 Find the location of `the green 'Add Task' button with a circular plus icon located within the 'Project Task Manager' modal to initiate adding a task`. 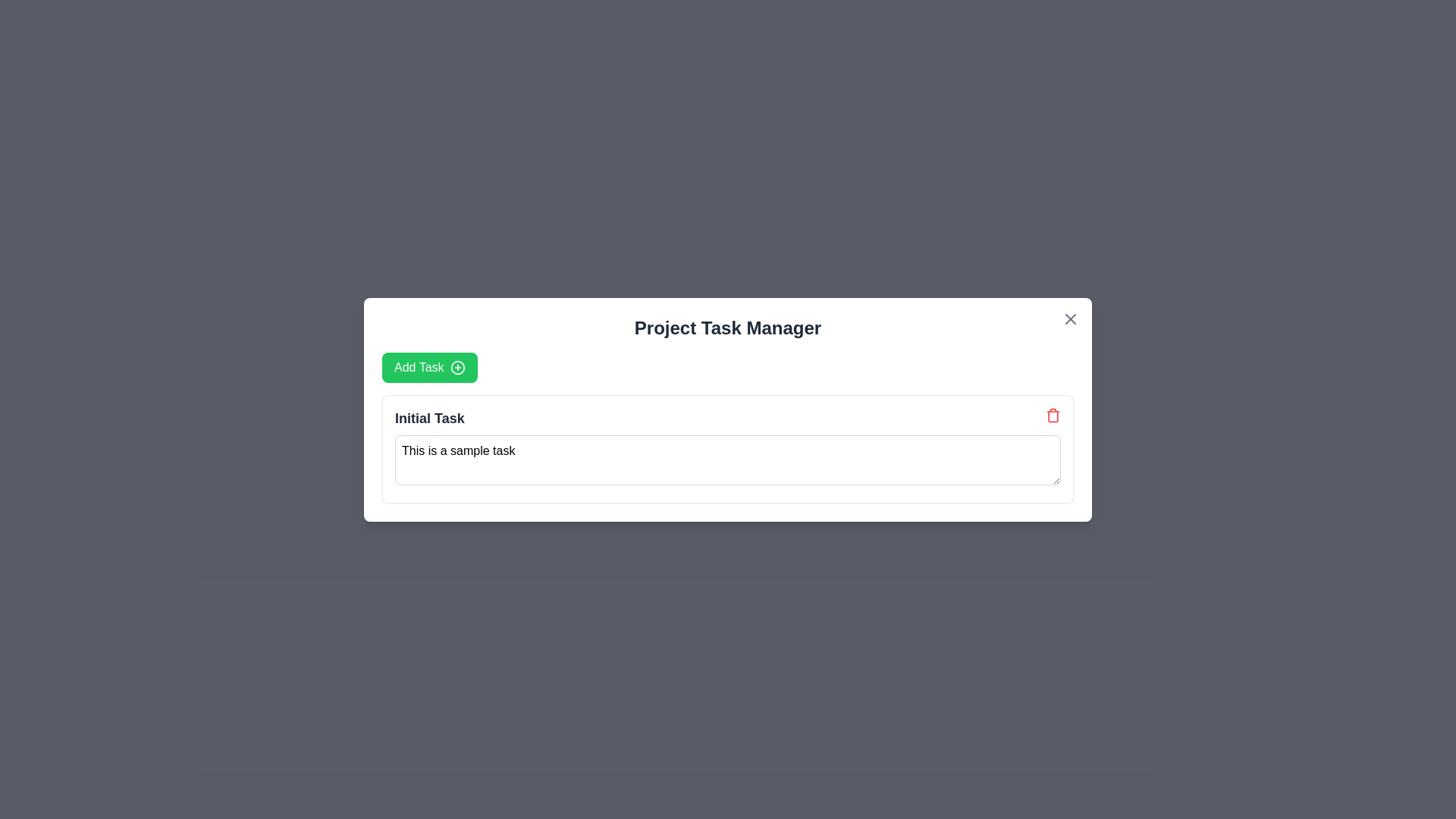

the green 'Add Task' button with a circular plus icon located within the 'Project Task Manager' modal to initiate adding a task is located at coordinates (428, 367).